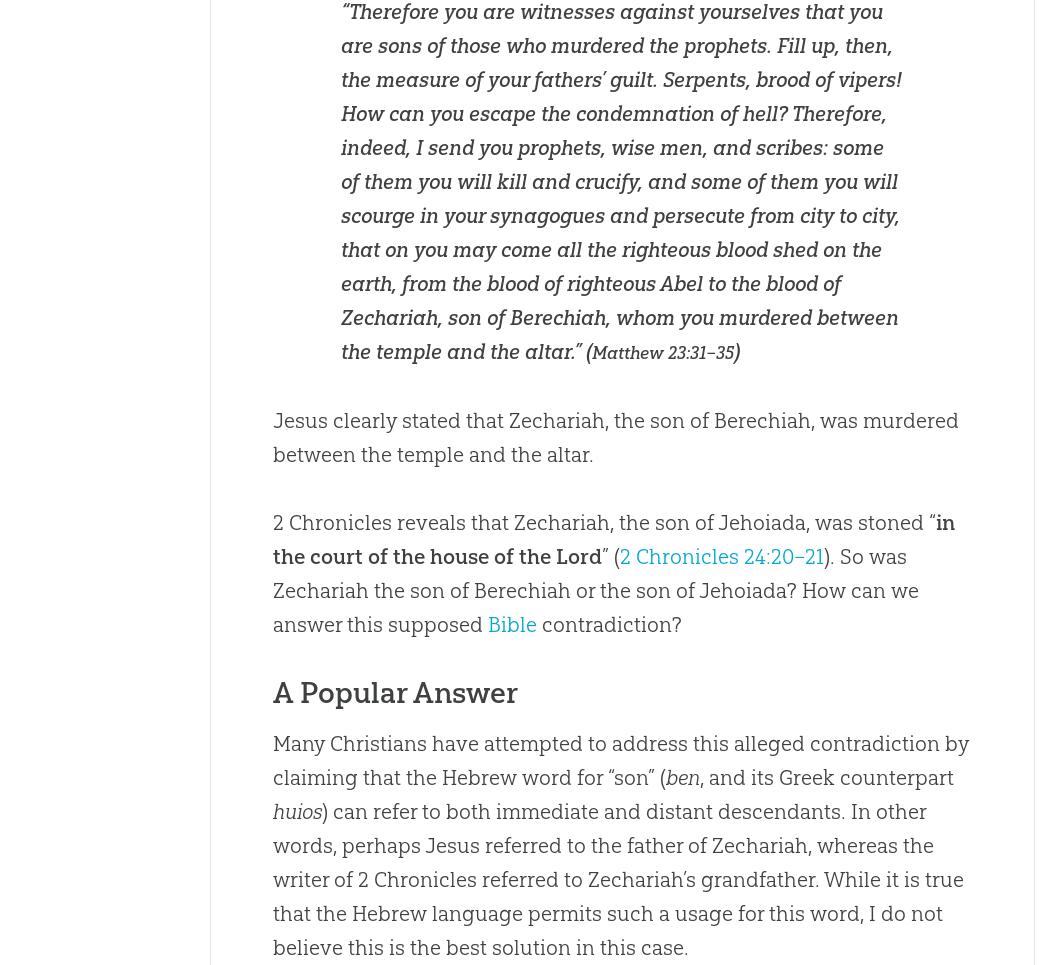  What do you see at coordinates (597, 827) in the screenshot?
I see `') can refer to both immediate and distant descendants. In other words, perhaps'` at bounding box center [597, 827].